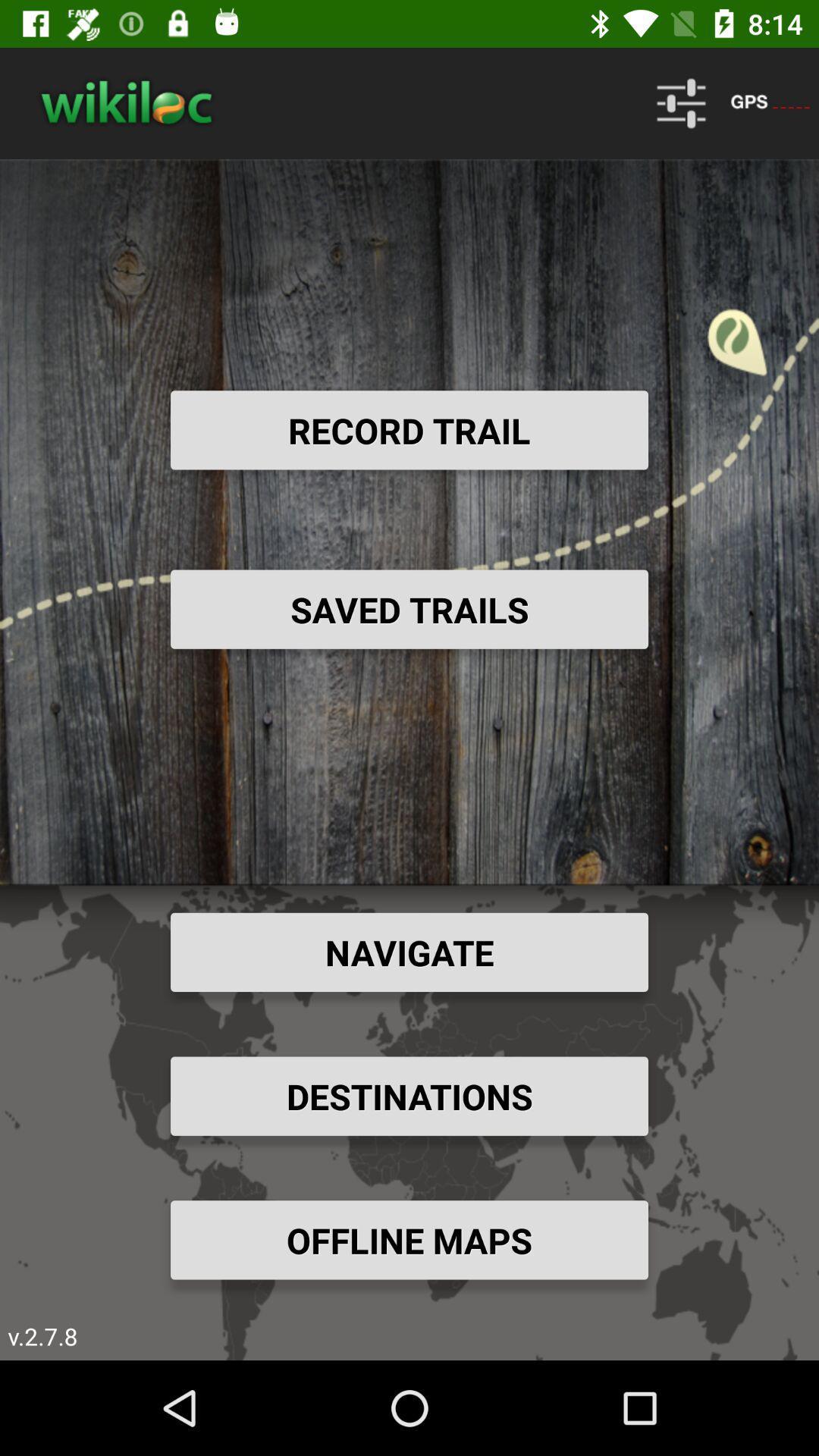 The height and width of the screenshot is (1456, 819). What do you see at coordinates (409, 429) in the screenshot?
I see `the icon above the saved trails icon` at bounding box center [409, 429].